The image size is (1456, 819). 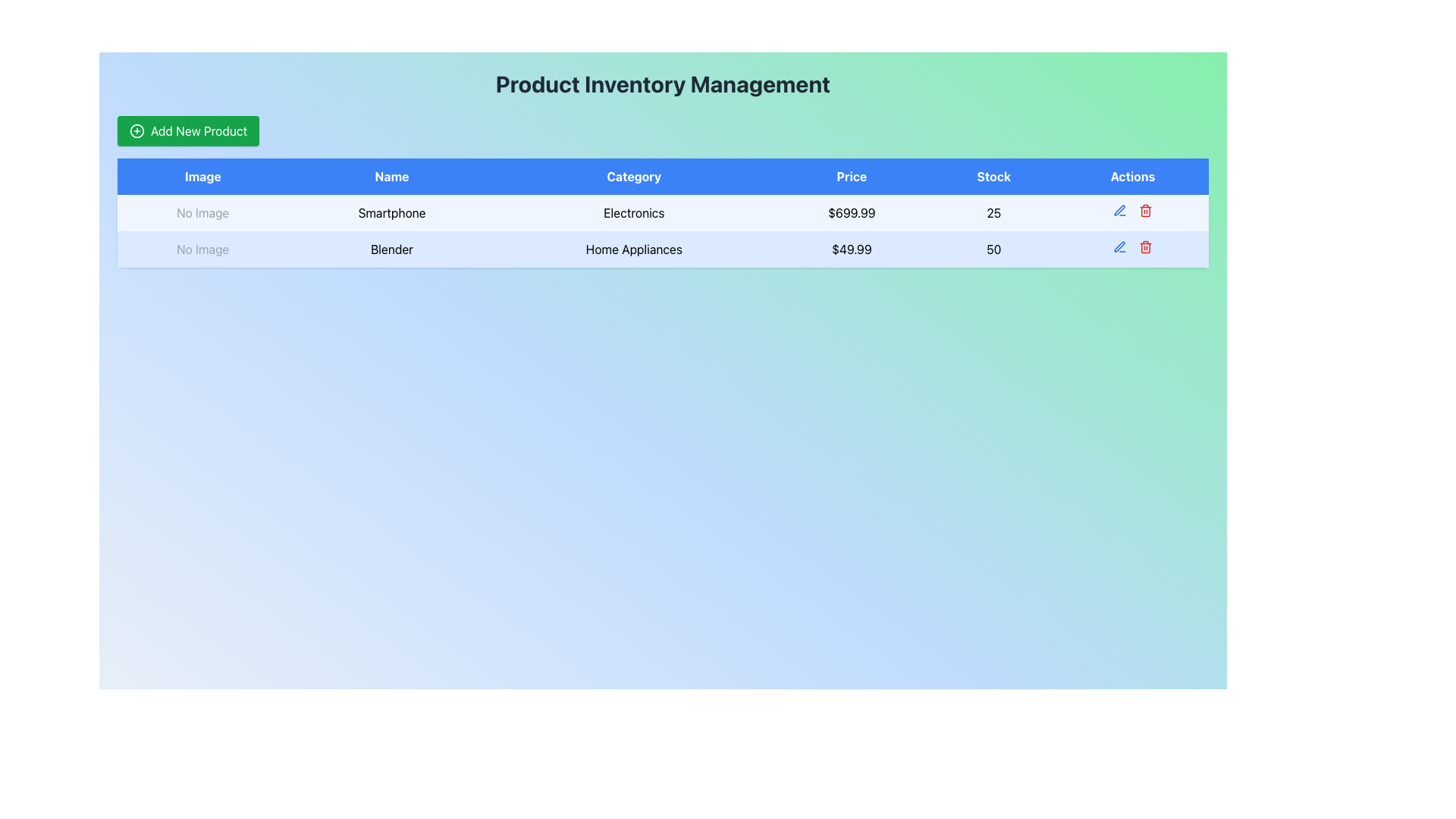 I want to click on the text label saying 'No Image' in light grey color, which is located in the first cell of the 'Image' column under the blue header row, aligned with the 'Smartphone' product row, so click(x=202, y=213).